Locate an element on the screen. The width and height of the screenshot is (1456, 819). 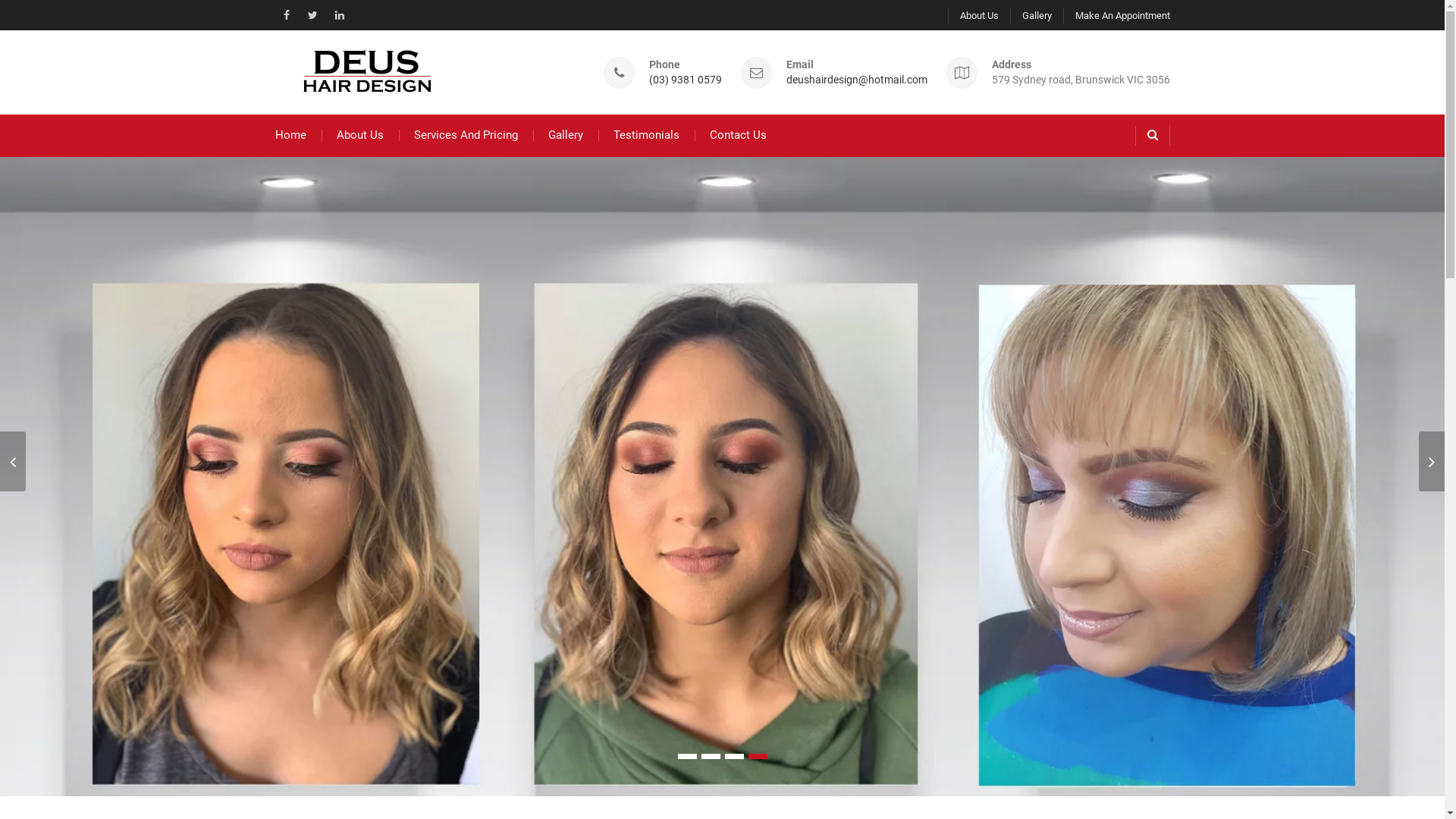
'Facebook' is located at coordinates (286, 14).